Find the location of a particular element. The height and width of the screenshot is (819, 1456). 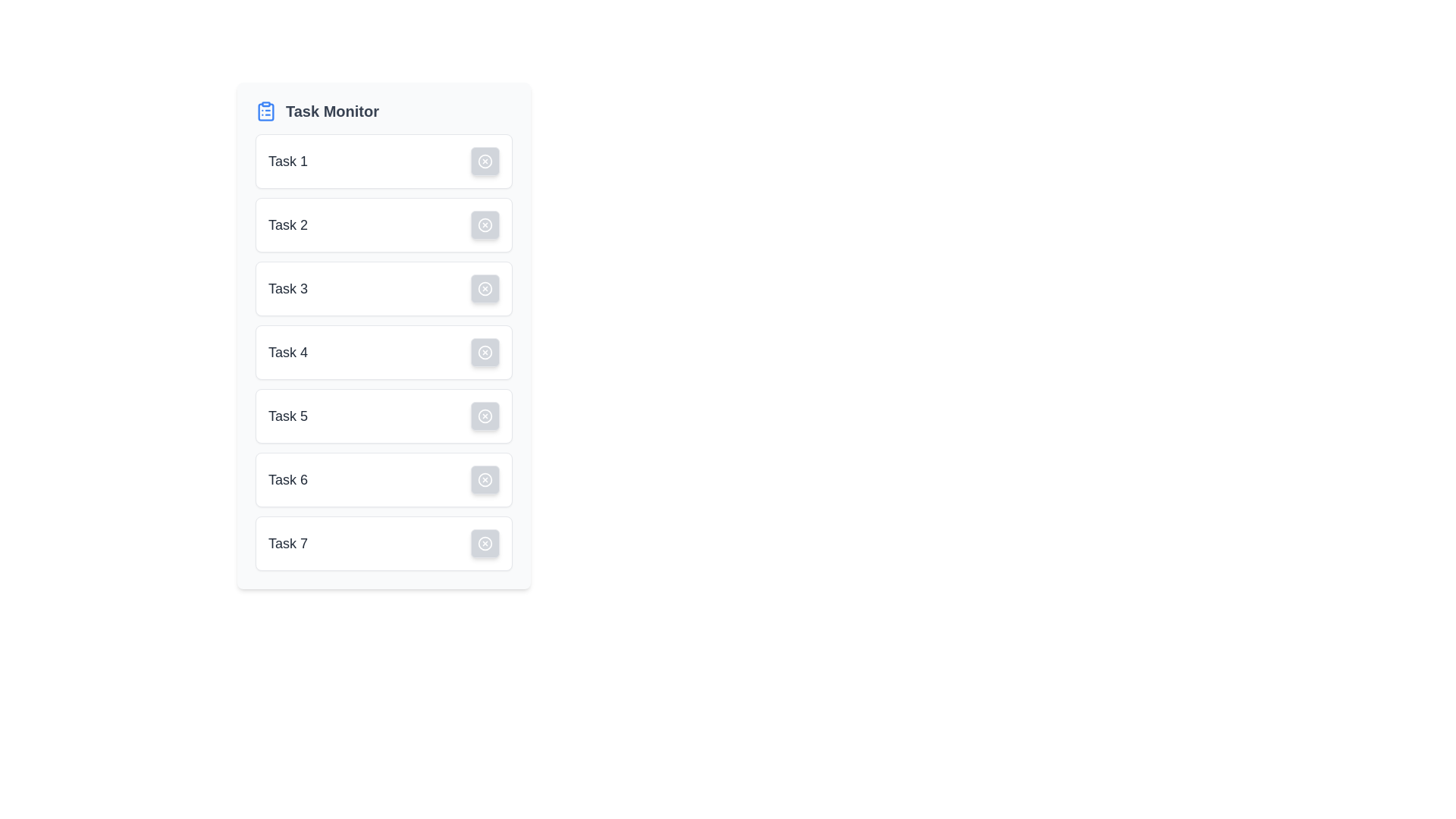

the circular icon/graphical button representing Task 6 at the end of the task list panel is located at coordinates (484, 479).